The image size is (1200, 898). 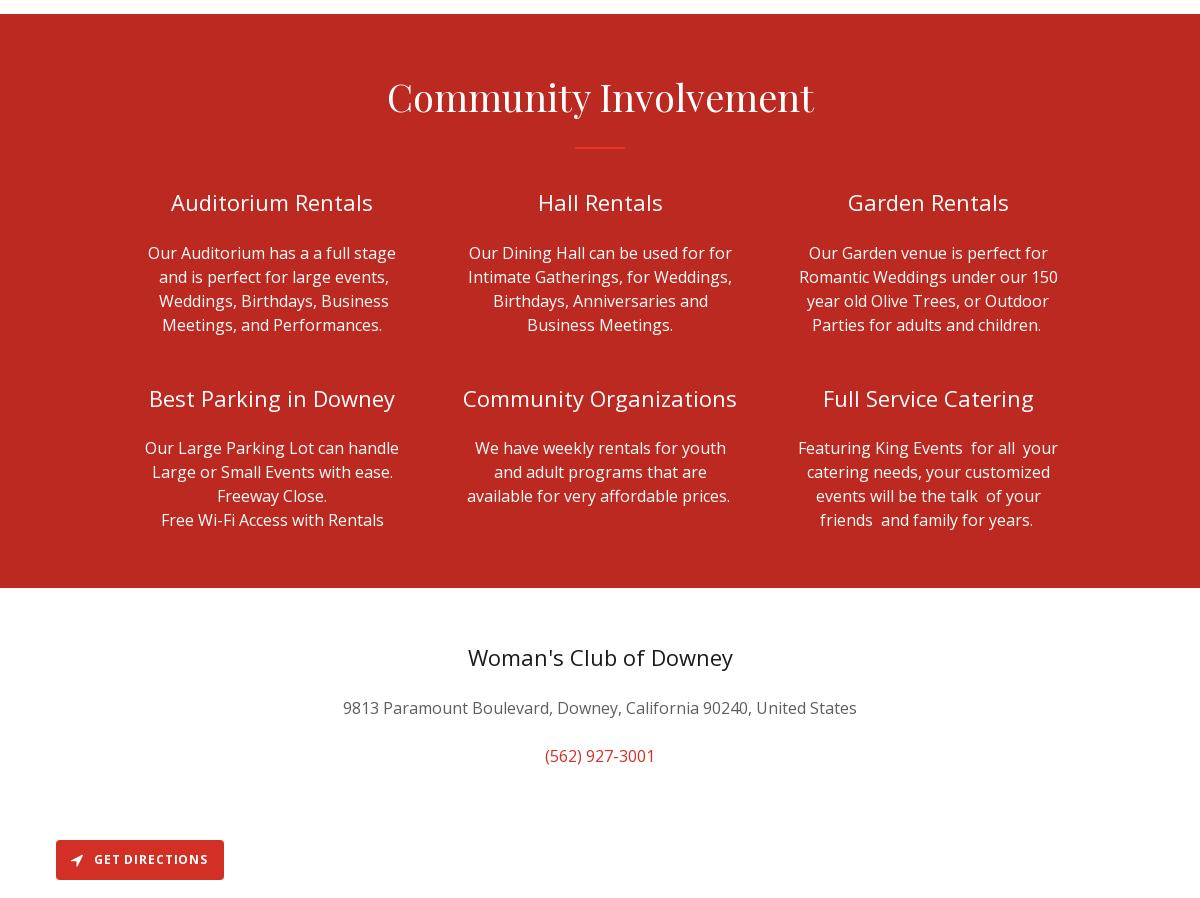 What do you see at coordinates (271, 287) in the screenshot?
I see `'Our Auditorium has a a full stage  and is perfect for large events,  Weddings, Birthdays, Business Meetings, and Performances.'` at bounding box center [271, 287].